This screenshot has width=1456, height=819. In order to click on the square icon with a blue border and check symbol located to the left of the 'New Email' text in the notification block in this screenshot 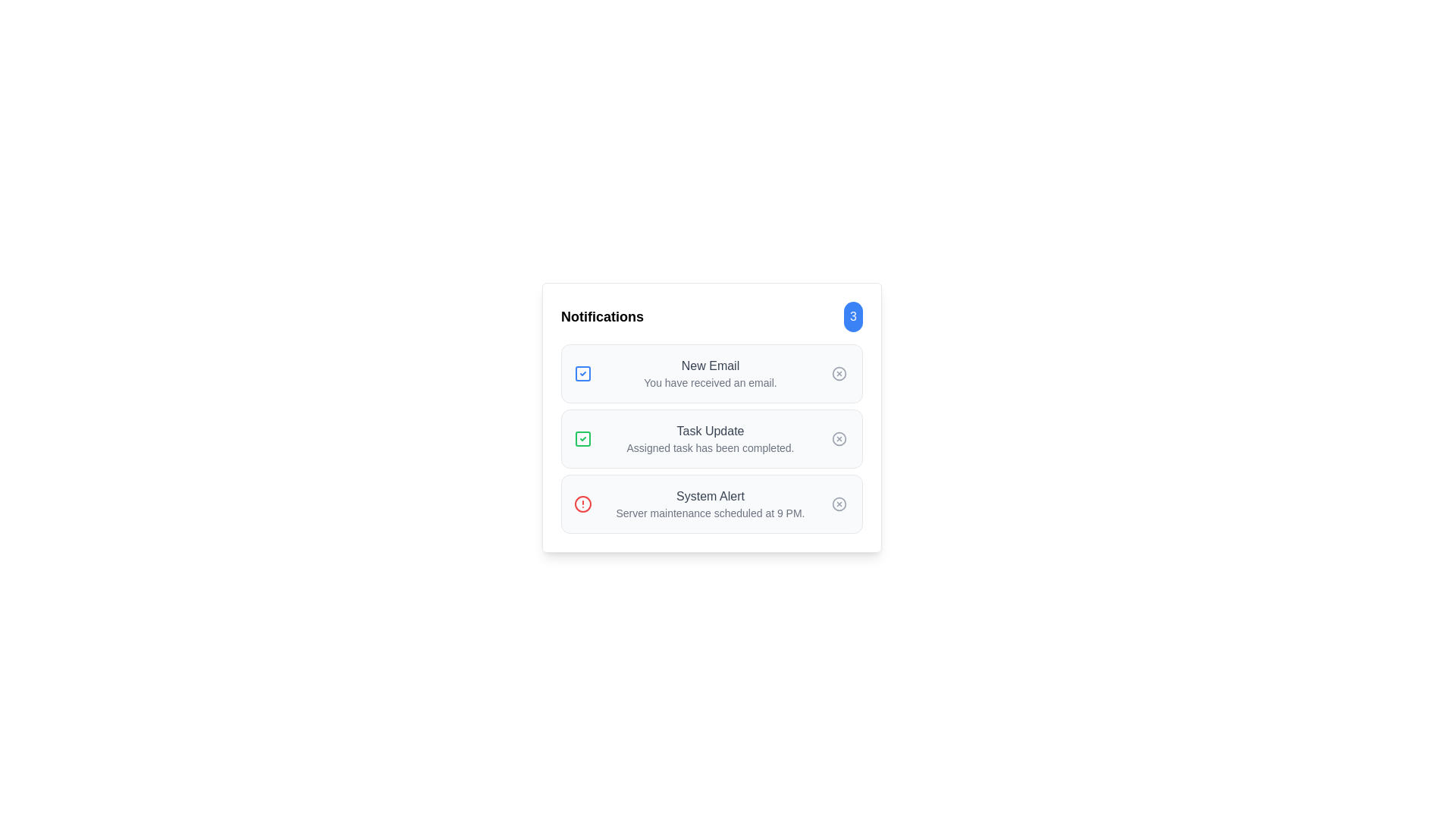, I will do `click(582, 374)`.